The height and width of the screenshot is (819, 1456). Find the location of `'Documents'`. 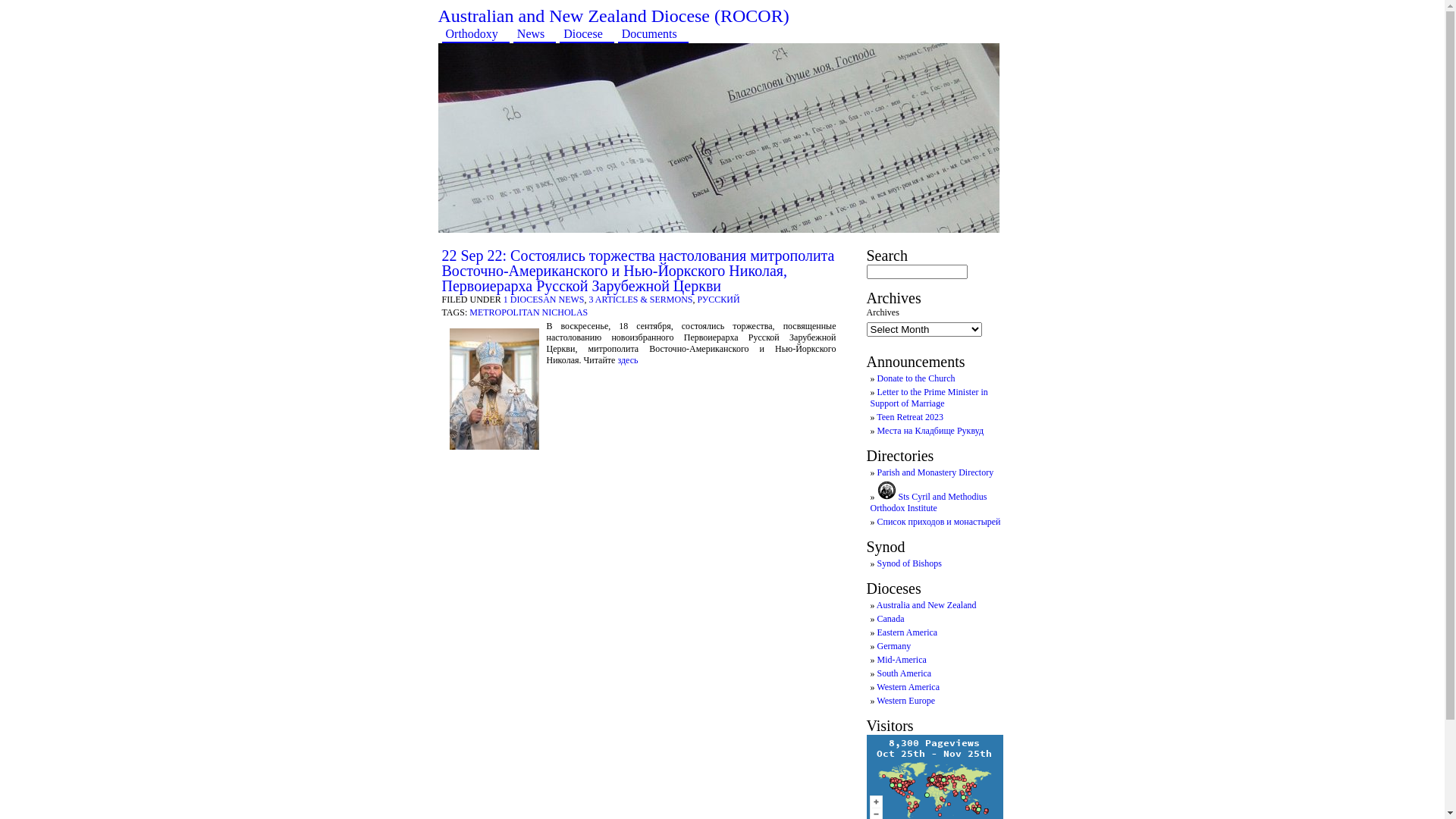

'Documents' is located at coordinates (653, 33).